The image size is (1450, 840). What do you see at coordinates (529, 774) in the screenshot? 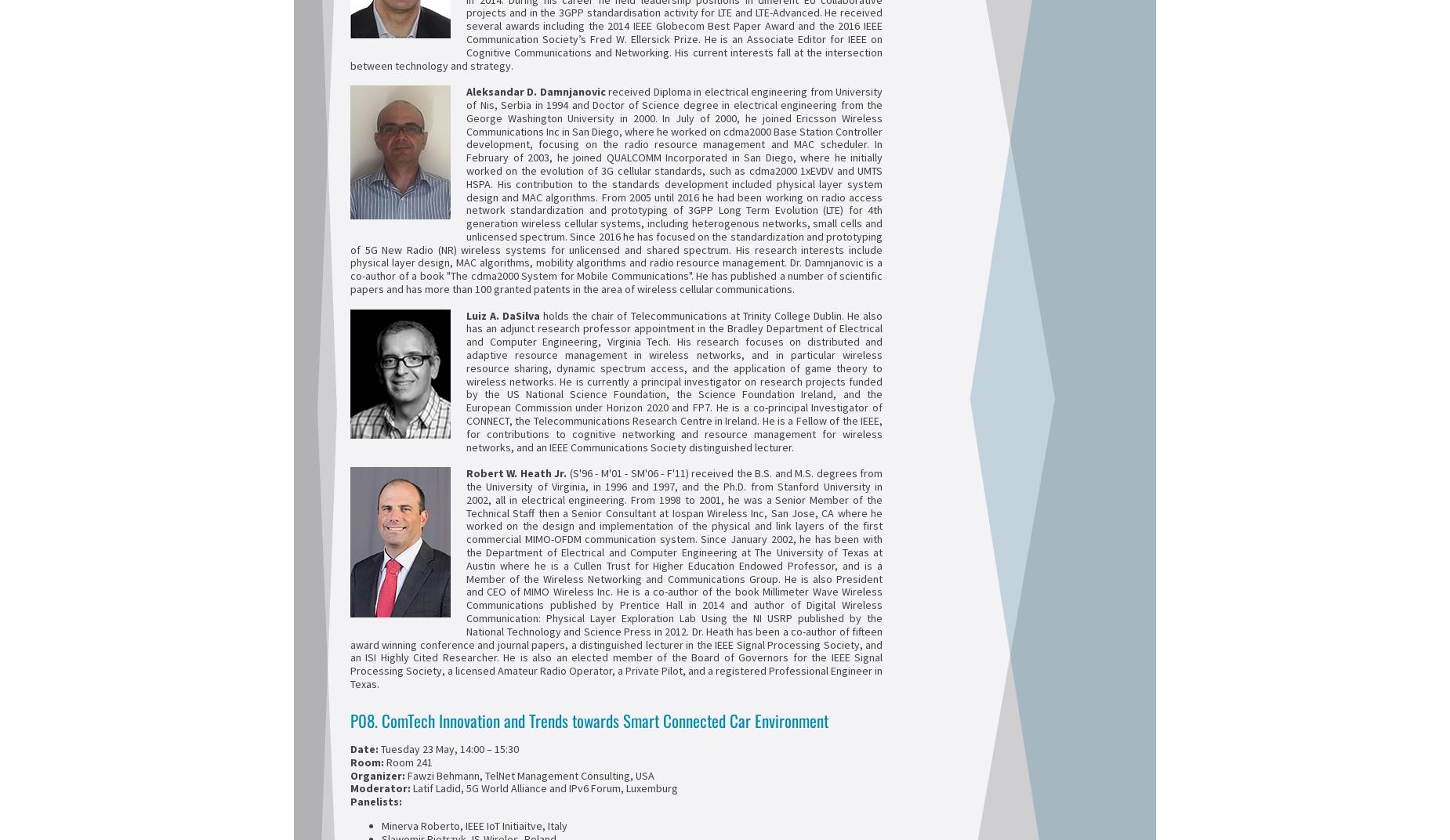
I see `'Fawzi Behmann, TelNet Management Consulting, USA'` at bounding box center [529, 774].